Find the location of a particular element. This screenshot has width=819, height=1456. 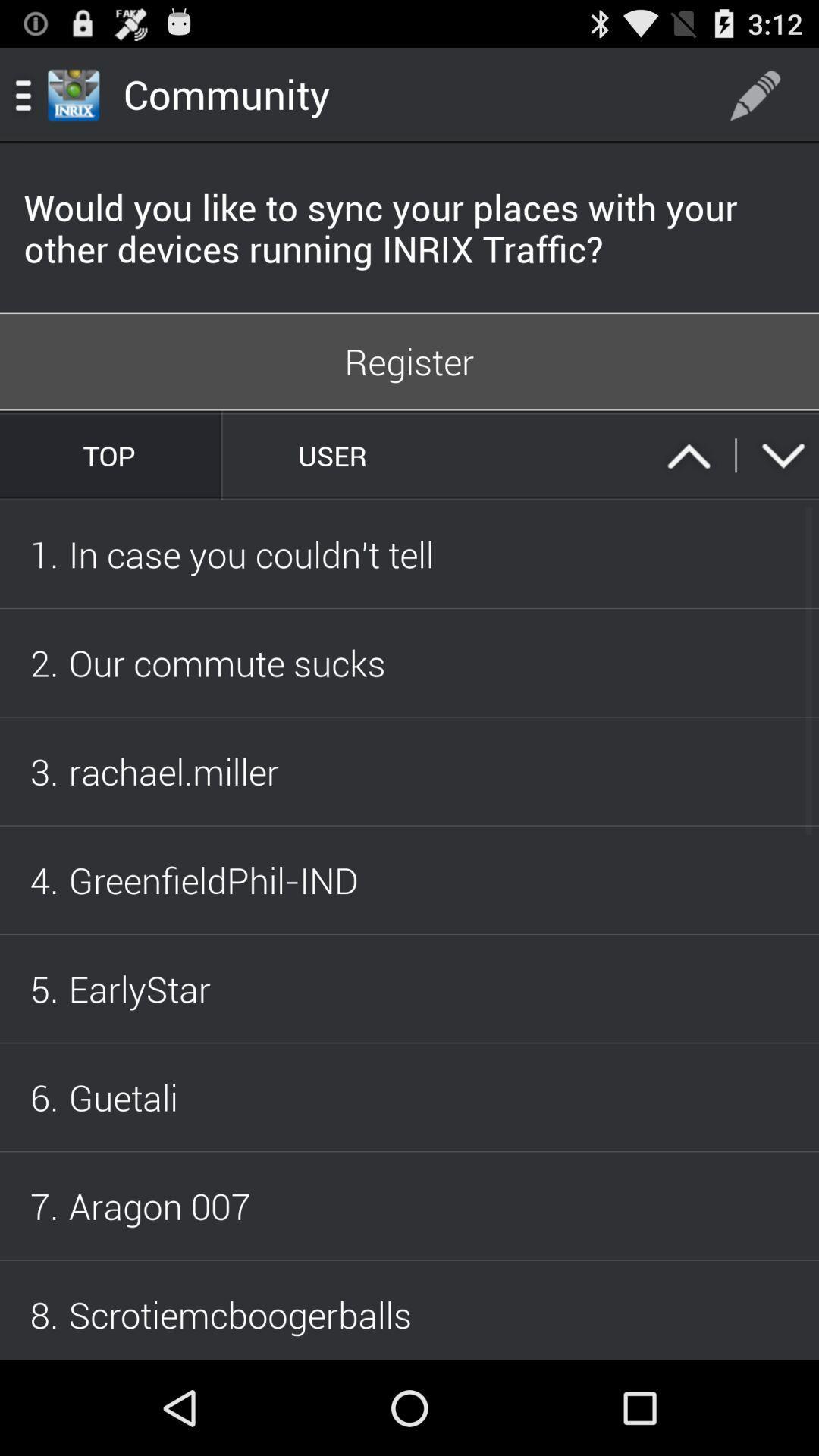

goes up is located at coordinates (689, 454).